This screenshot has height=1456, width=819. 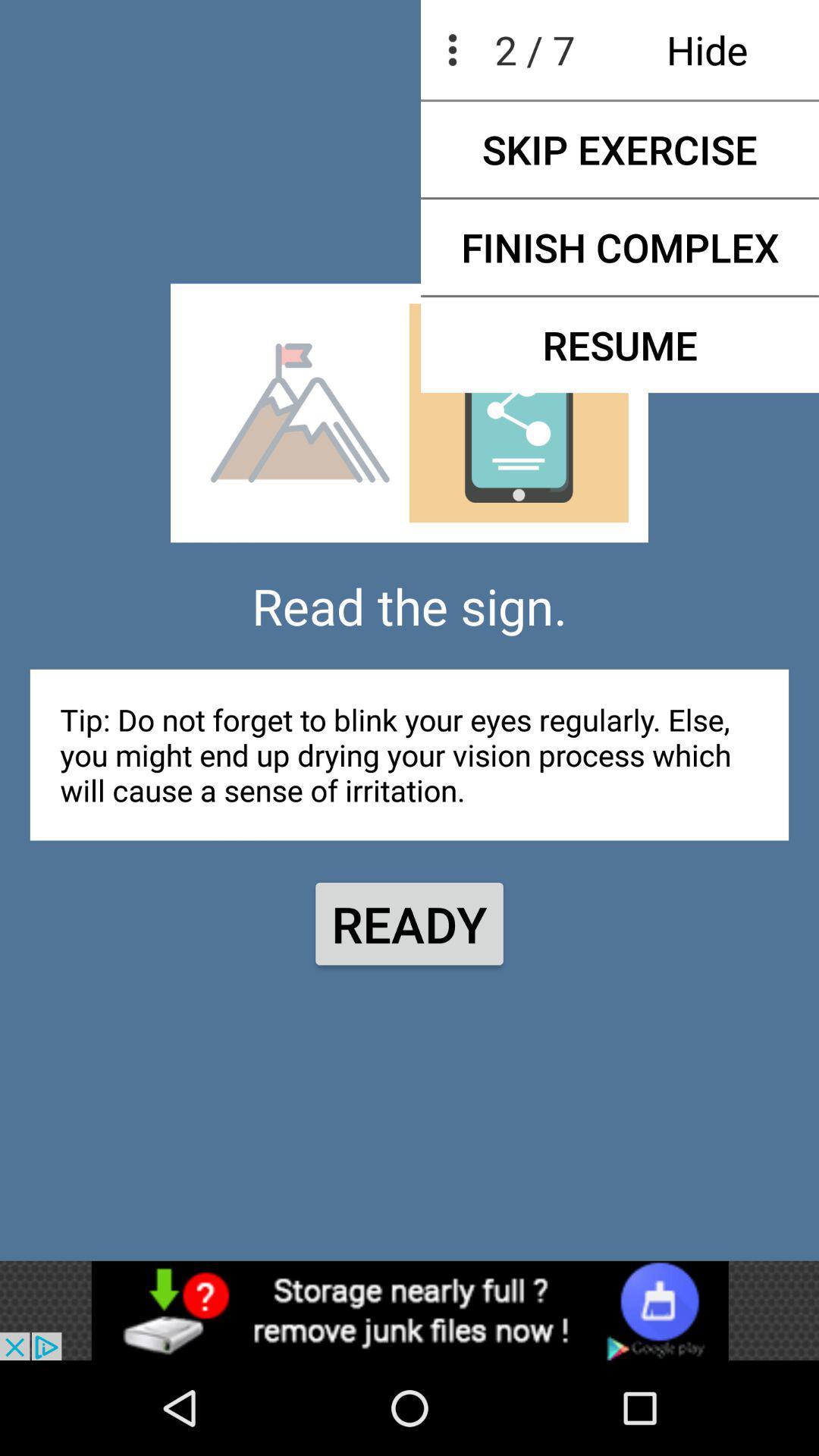 What do you see at coordinates (409, 1310) in the screenshot?
I see `menu bar` at bounding box center [409, 1310].